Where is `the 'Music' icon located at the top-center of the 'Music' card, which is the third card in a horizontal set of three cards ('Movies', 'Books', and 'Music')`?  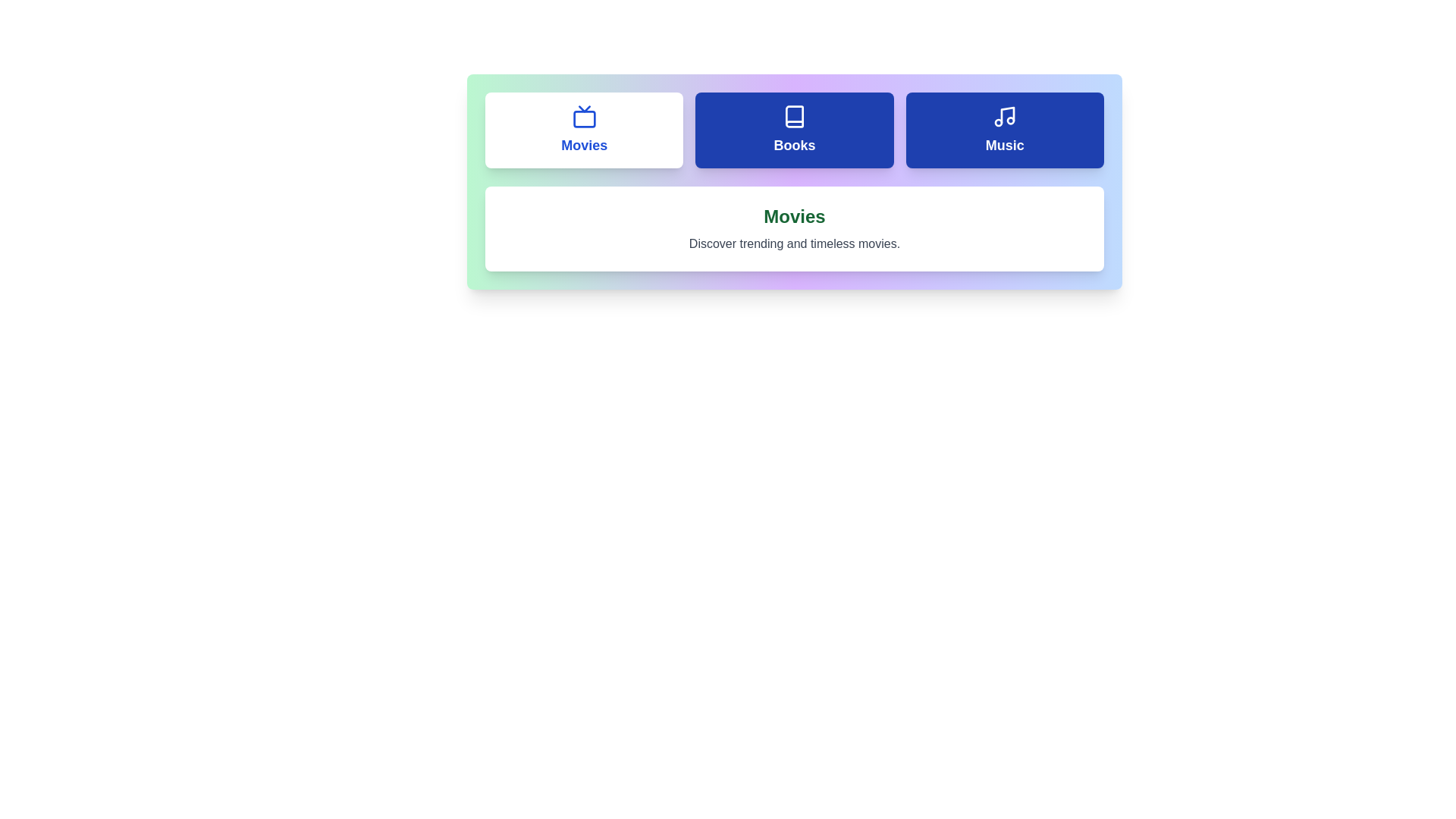
the 'Music' icon located at the top-center of the 'Music' card, which is the third card in a horizontal set of three cards ('Movies', 'Books', and 'Music') is located at coordinates (1005, 116).